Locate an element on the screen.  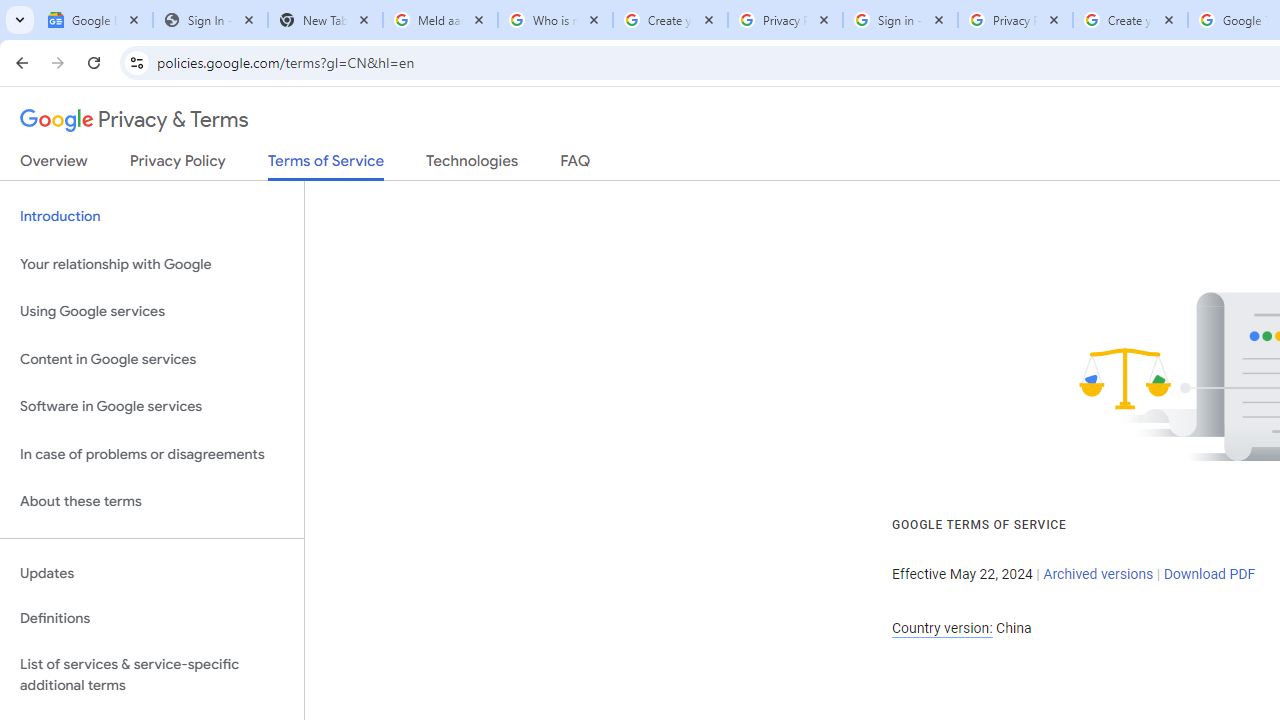
'List of services & service-specific additional terms' is located at coordinates (151, 675).